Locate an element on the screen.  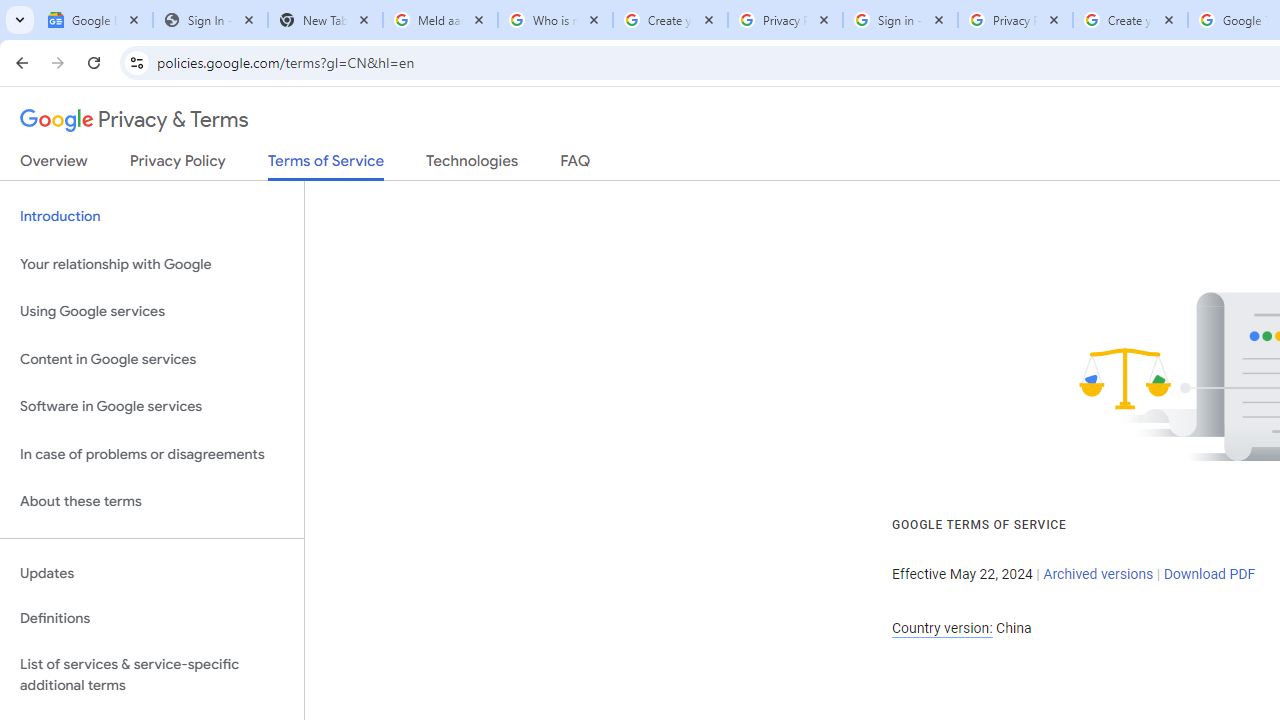
'List of services & service-specific additional terms' is located at coordinates (151, 675).